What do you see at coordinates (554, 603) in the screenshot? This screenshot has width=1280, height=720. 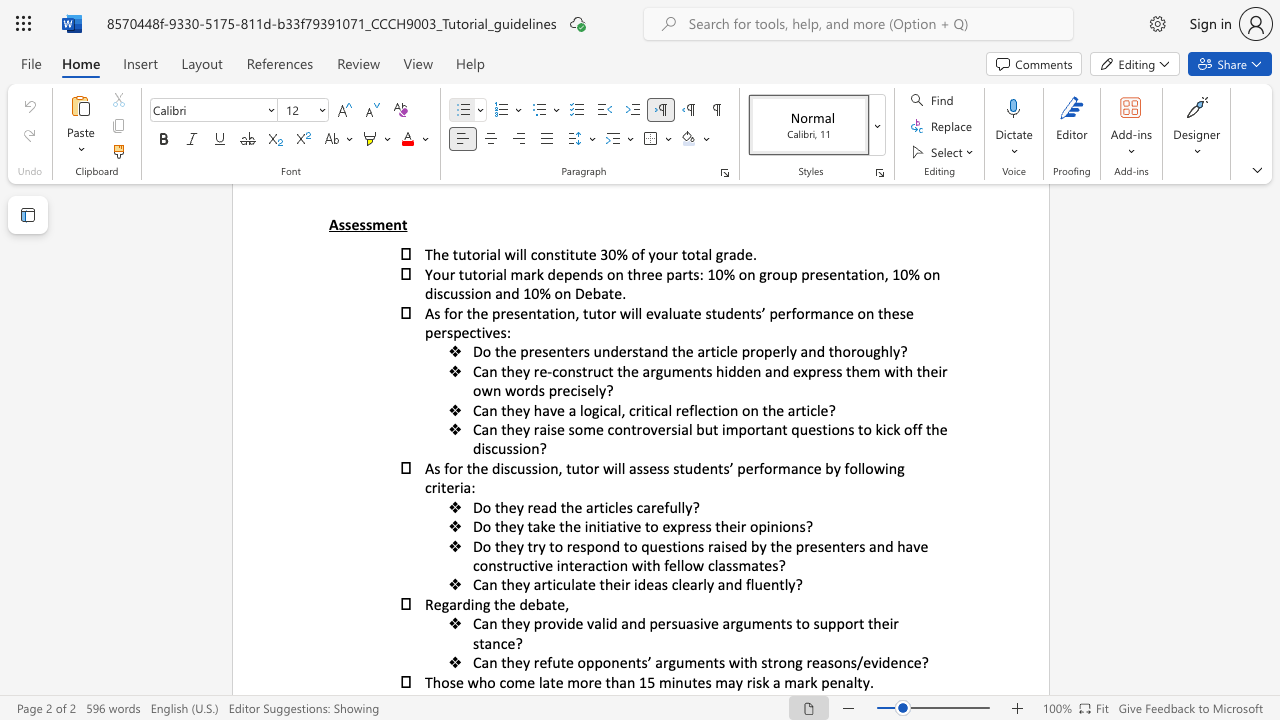 I see `the 2th character "t" in the text` at bounding box center [554, 603].